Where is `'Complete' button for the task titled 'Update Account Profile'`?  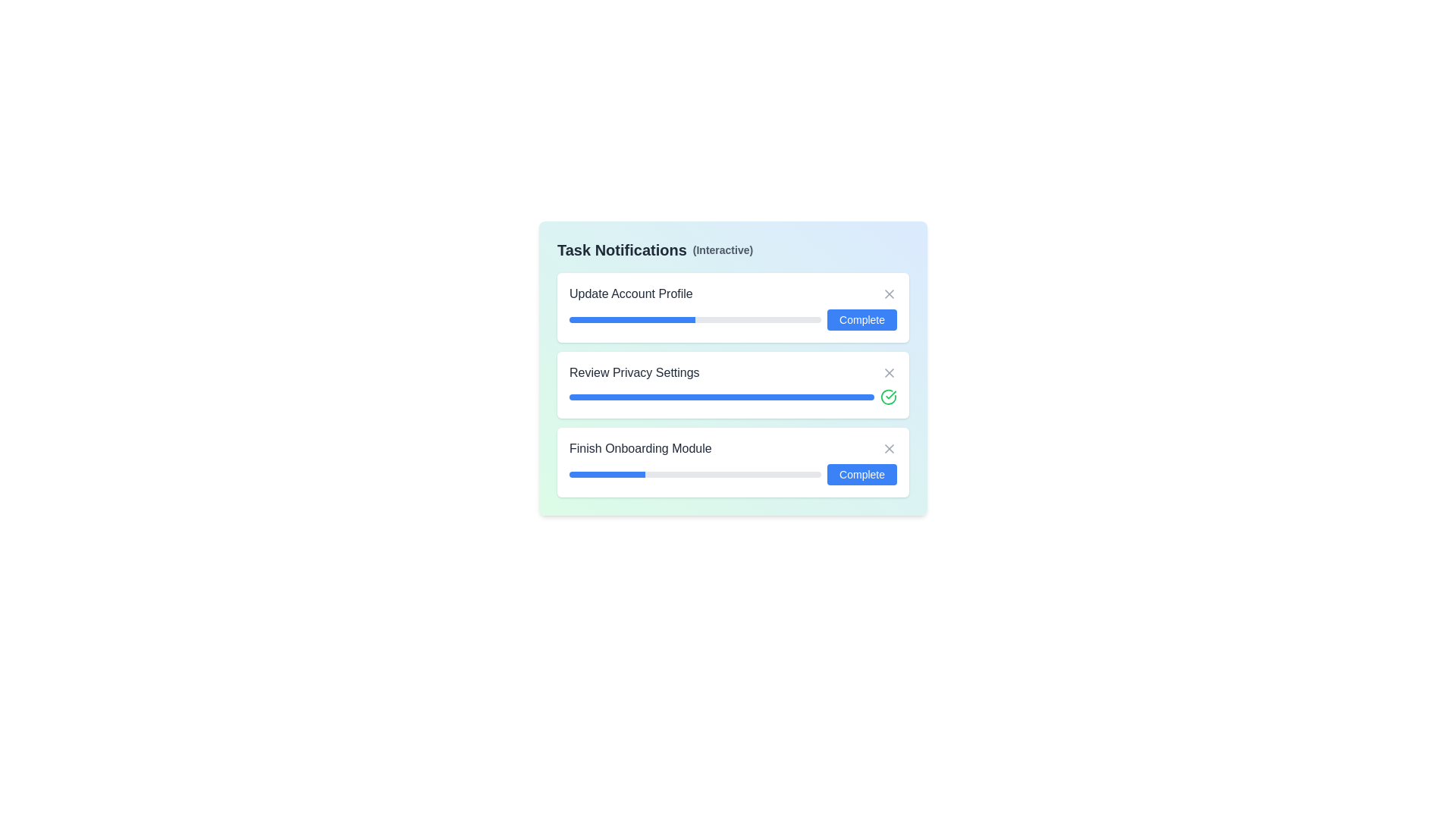 'Complete' button for the task titled 'Update Account Profile' is located at coordinates (862, 318).